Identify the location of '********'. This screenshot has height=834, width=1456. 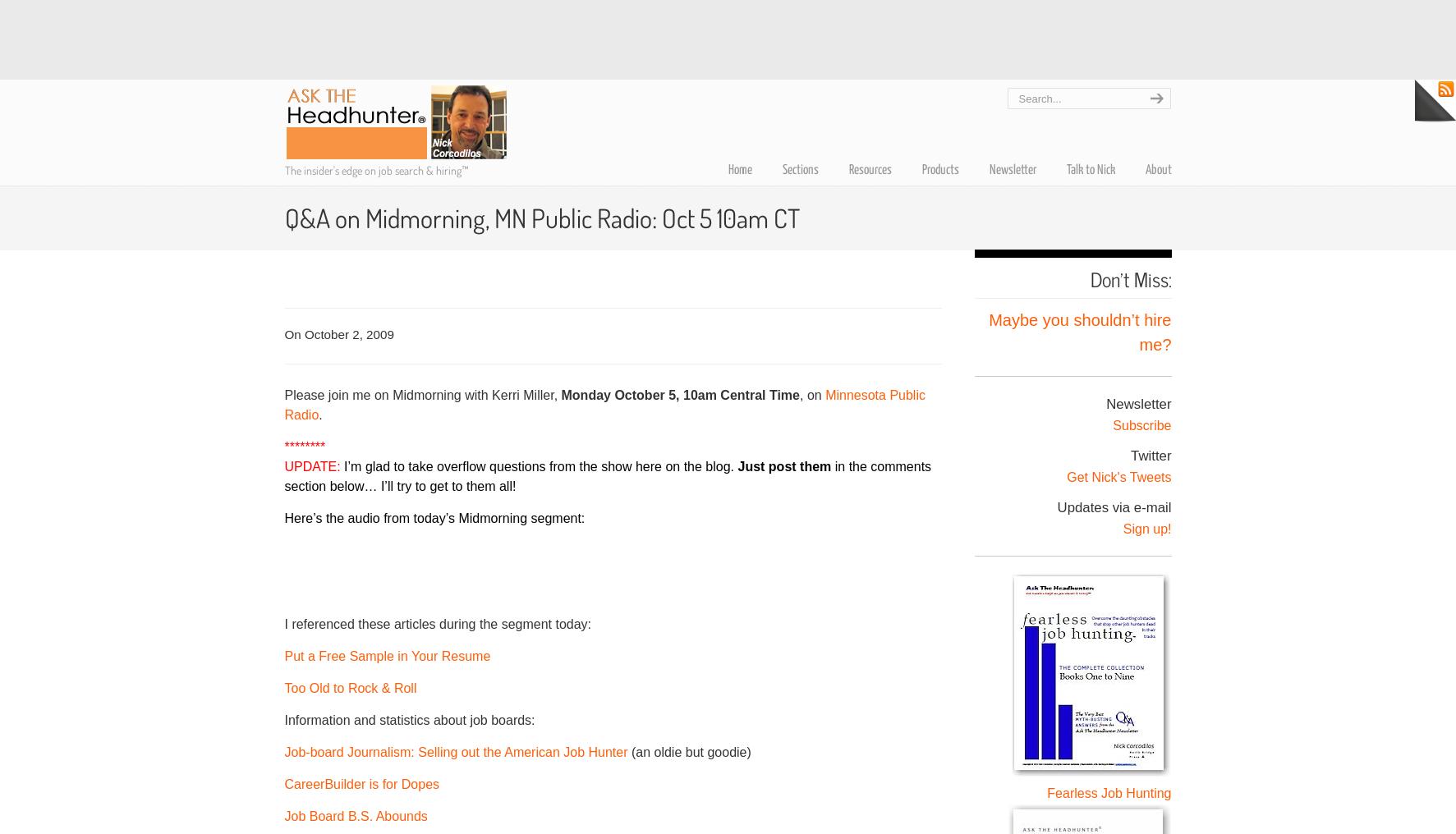
(283, 445).